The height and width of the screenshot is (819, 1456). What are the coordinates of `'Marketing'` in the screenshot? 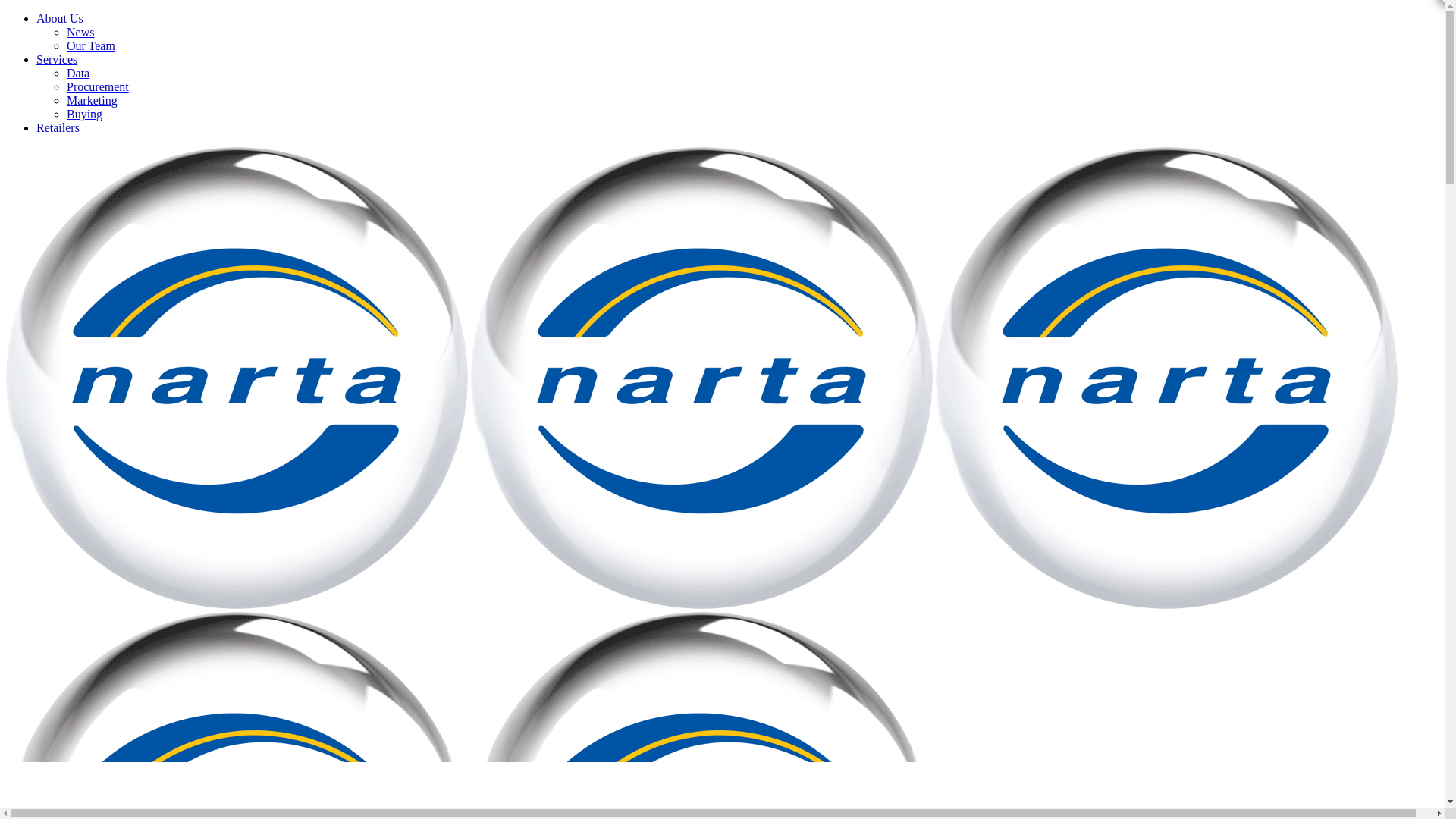 It's located at (91, 100).